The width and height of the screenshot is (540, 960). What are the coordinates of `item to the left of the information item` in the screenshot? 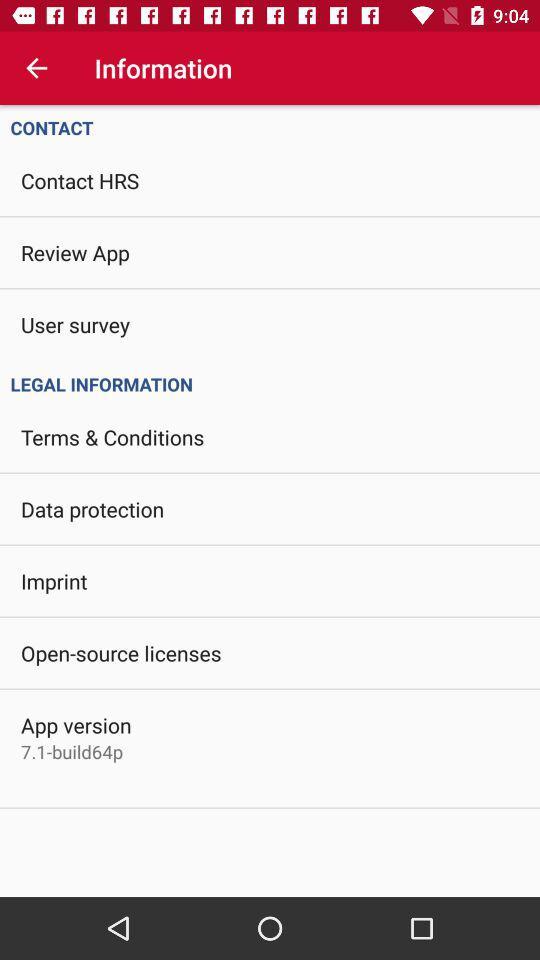 It's located at (36, 68).